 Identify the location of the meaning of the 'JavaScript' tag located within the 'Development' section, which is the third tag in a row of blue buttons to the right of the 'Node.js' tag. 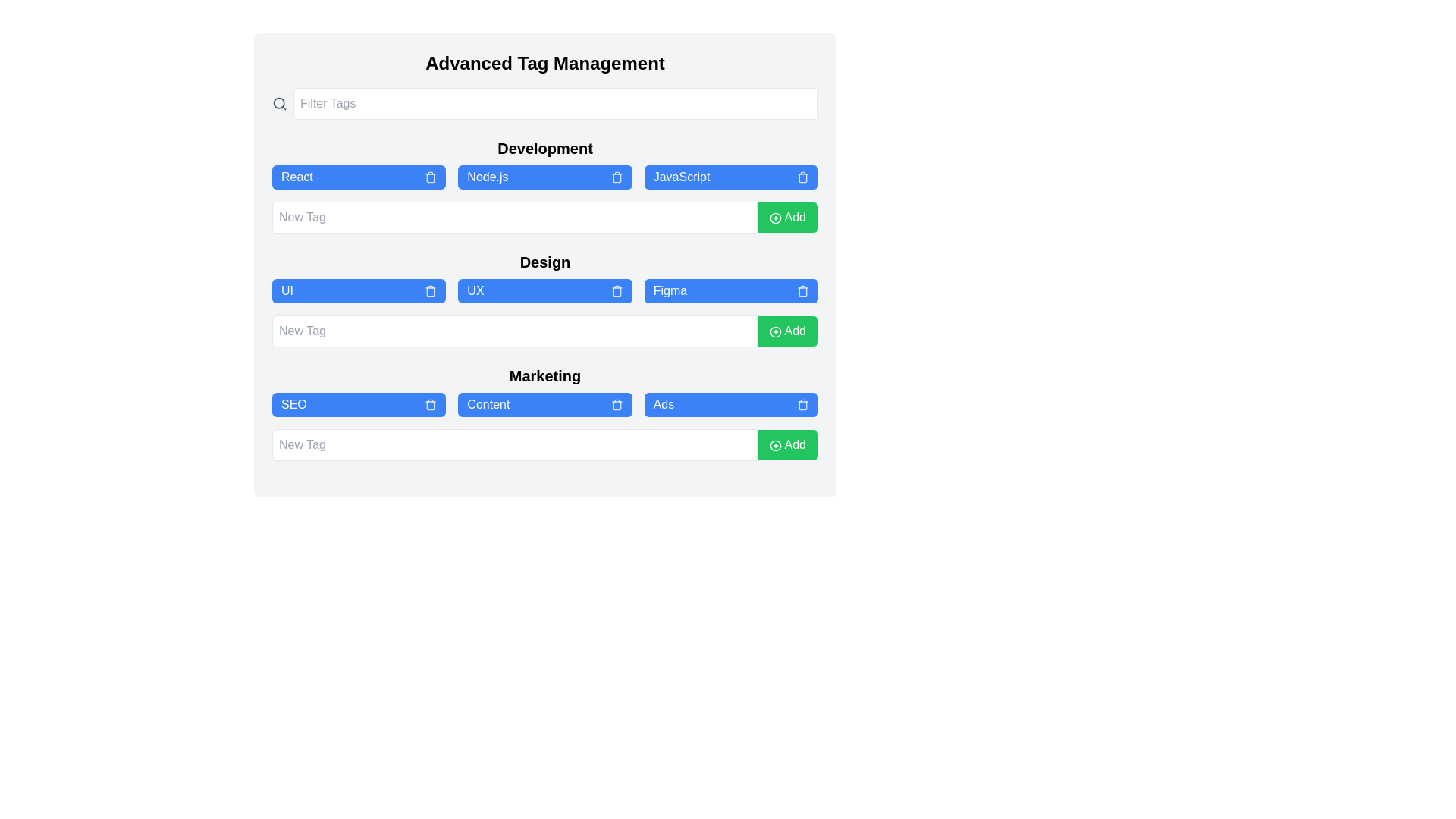
(680, 177).